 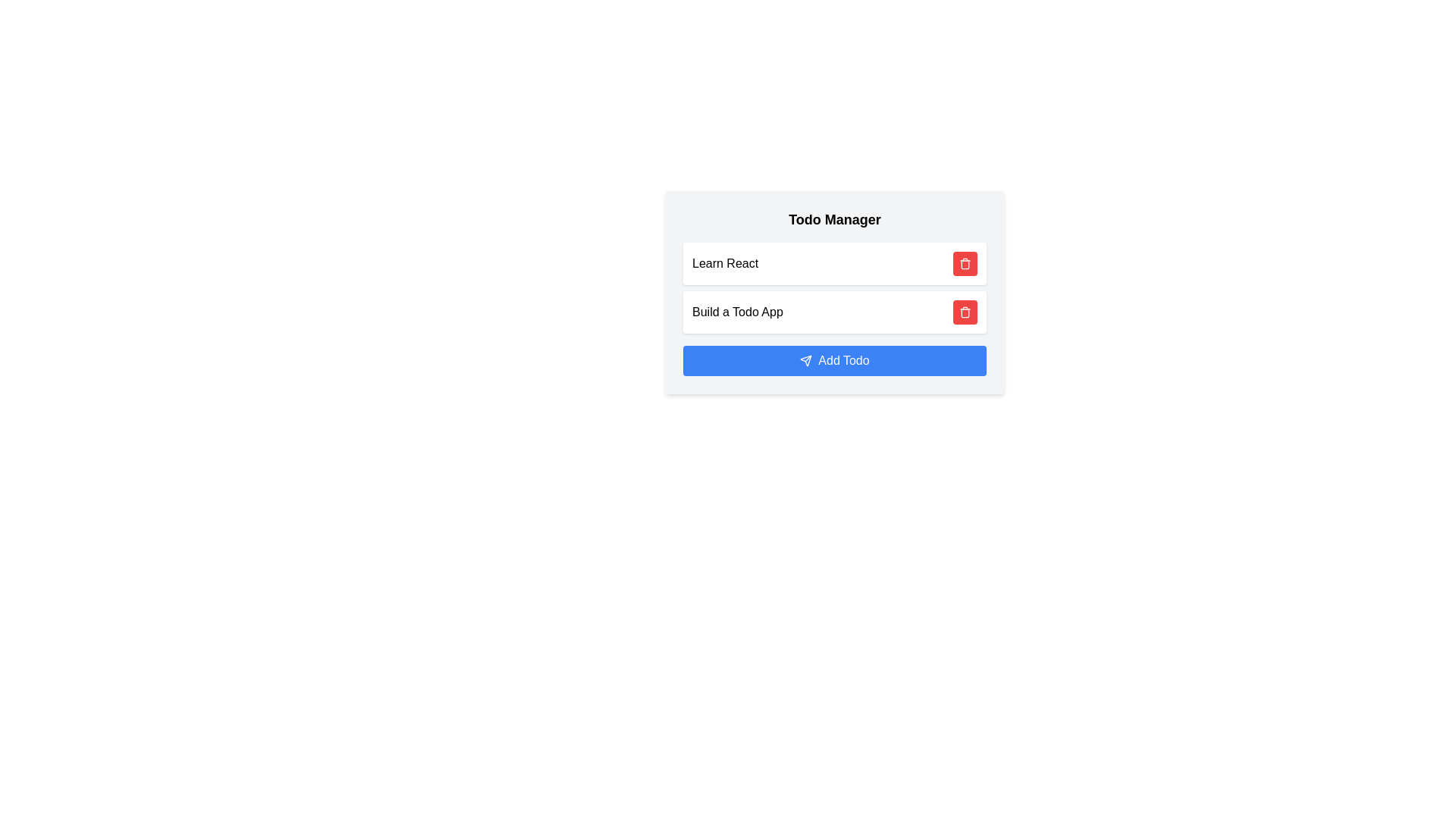 What do you see at coordinates (833, 360) in the screenshot?
I see `the button located at the bottom center of the 'Todo Manager' card to initiate adding a new todo item` at bounding box center [833, 360].